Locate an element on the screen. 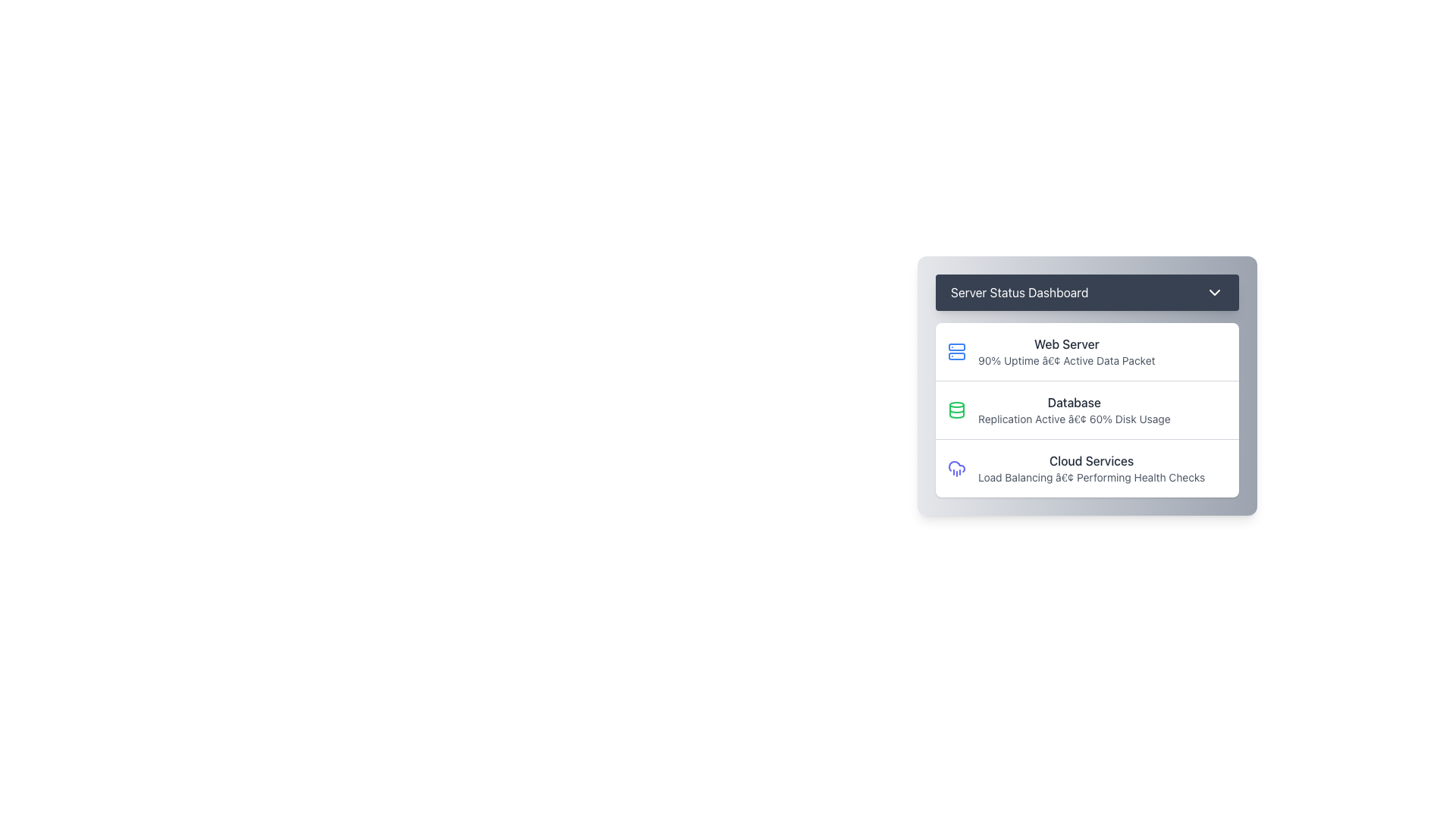 This screenshot has width=1456, height=819. the 'Cloud Services' Text Label located in the 'Server Status Dashboard' card interface, specifically the first text line in its subsection is located at coordinates (1090, 460).